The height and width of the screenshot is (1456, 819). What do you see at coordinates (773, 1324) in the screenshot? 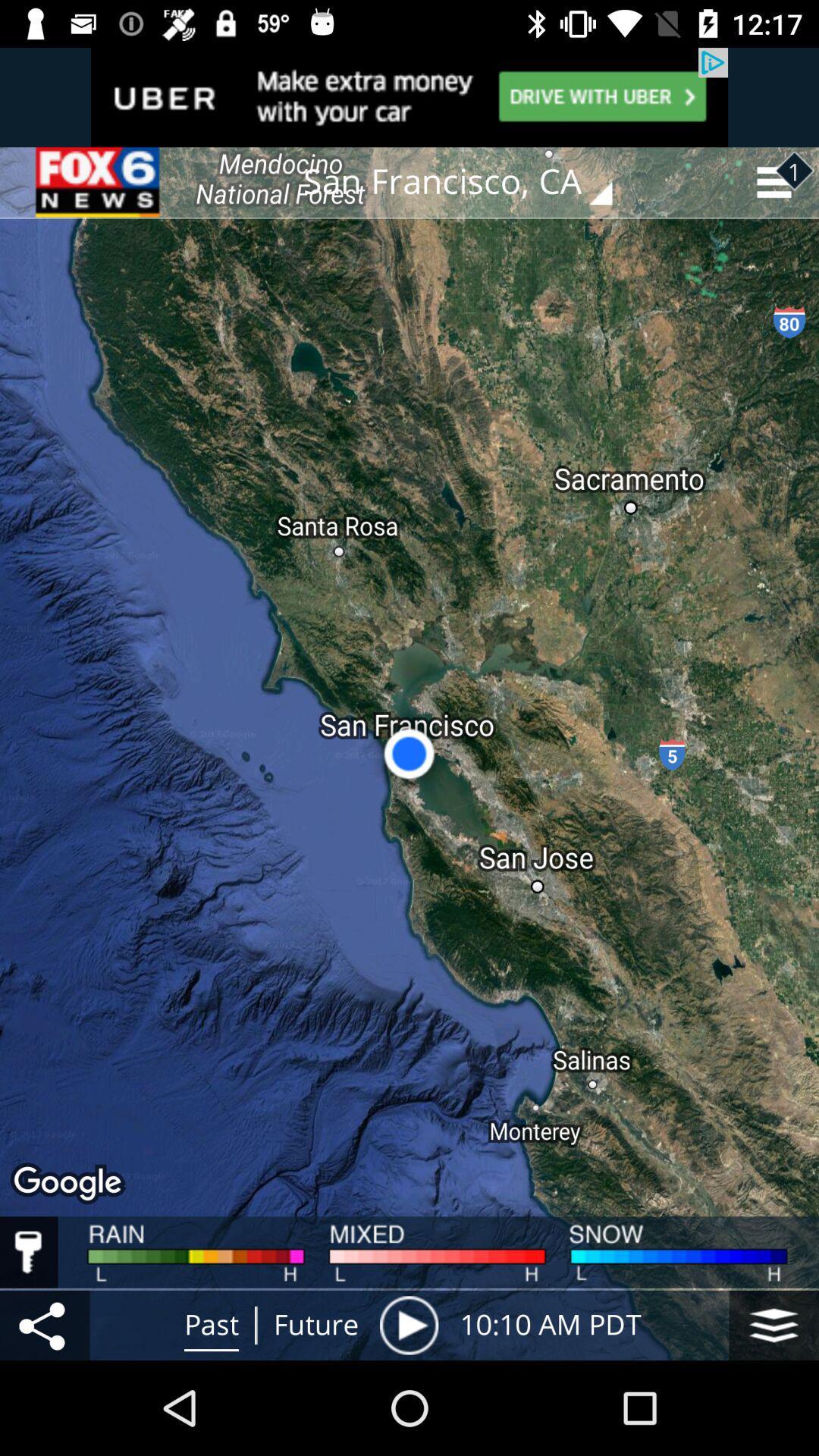
I see `the item next to 10 10 am item` at bounding box center [773, 1324].